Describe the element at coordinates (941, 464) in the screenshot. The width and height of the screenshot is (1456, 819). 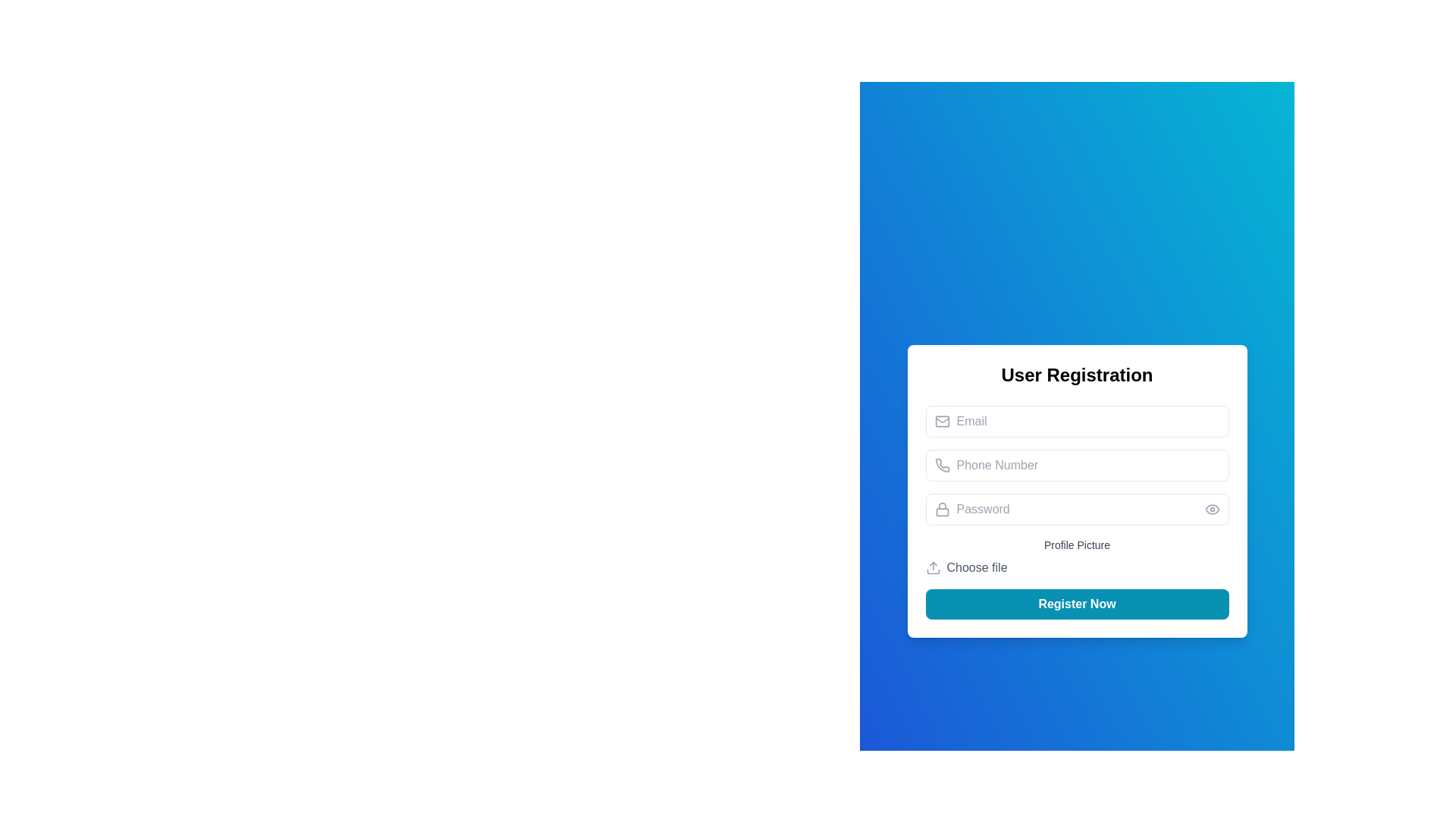
I see `the phone icon located to the left of the 'Phone Number' input field in the user registration form, which is depicted as a modern stroke graphic of a phone receiver` at that location.